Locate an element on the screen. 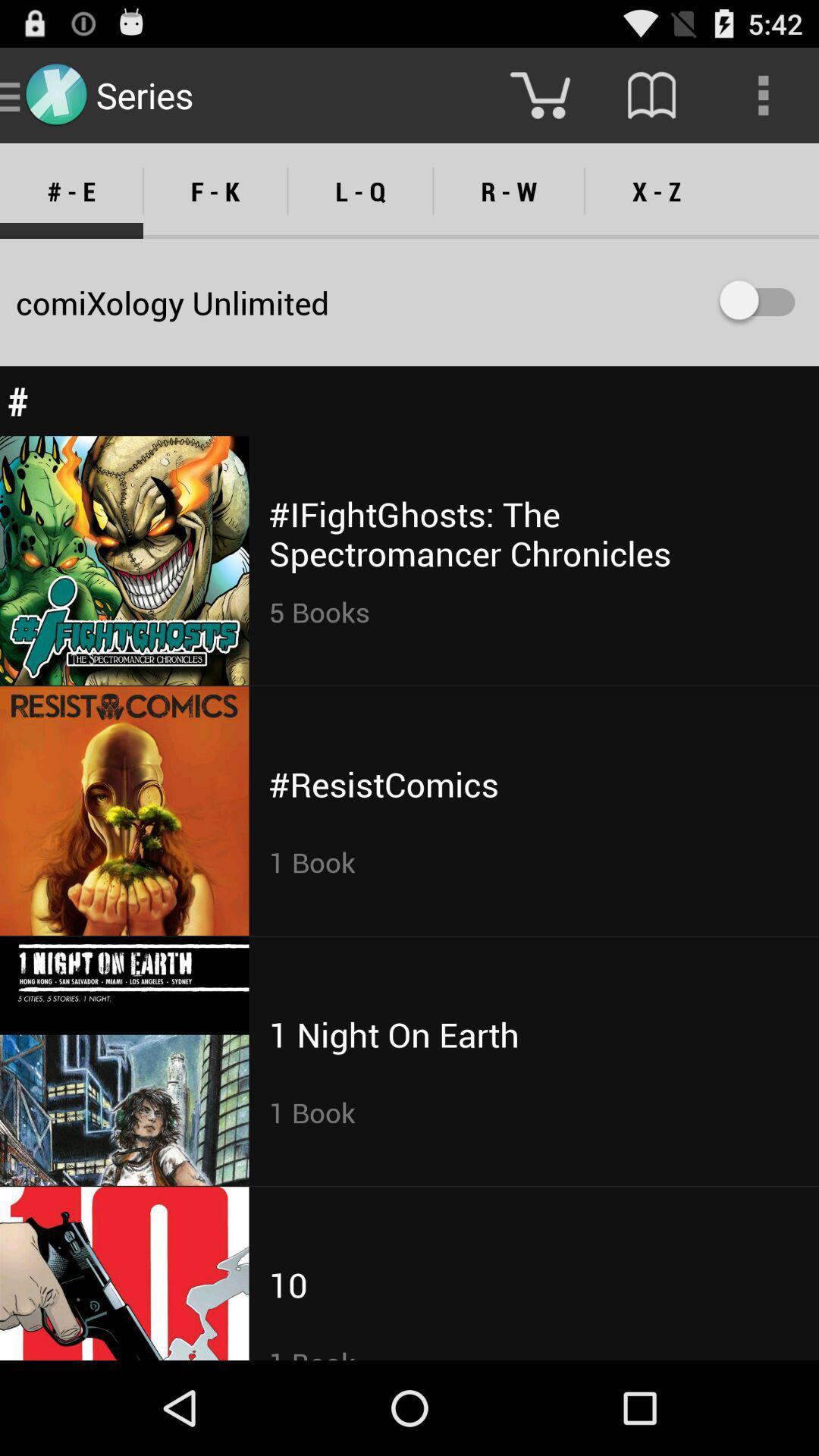 This screenshot has height=1456, width=819. the #resistcomics item is located at coordinates (383, 784).